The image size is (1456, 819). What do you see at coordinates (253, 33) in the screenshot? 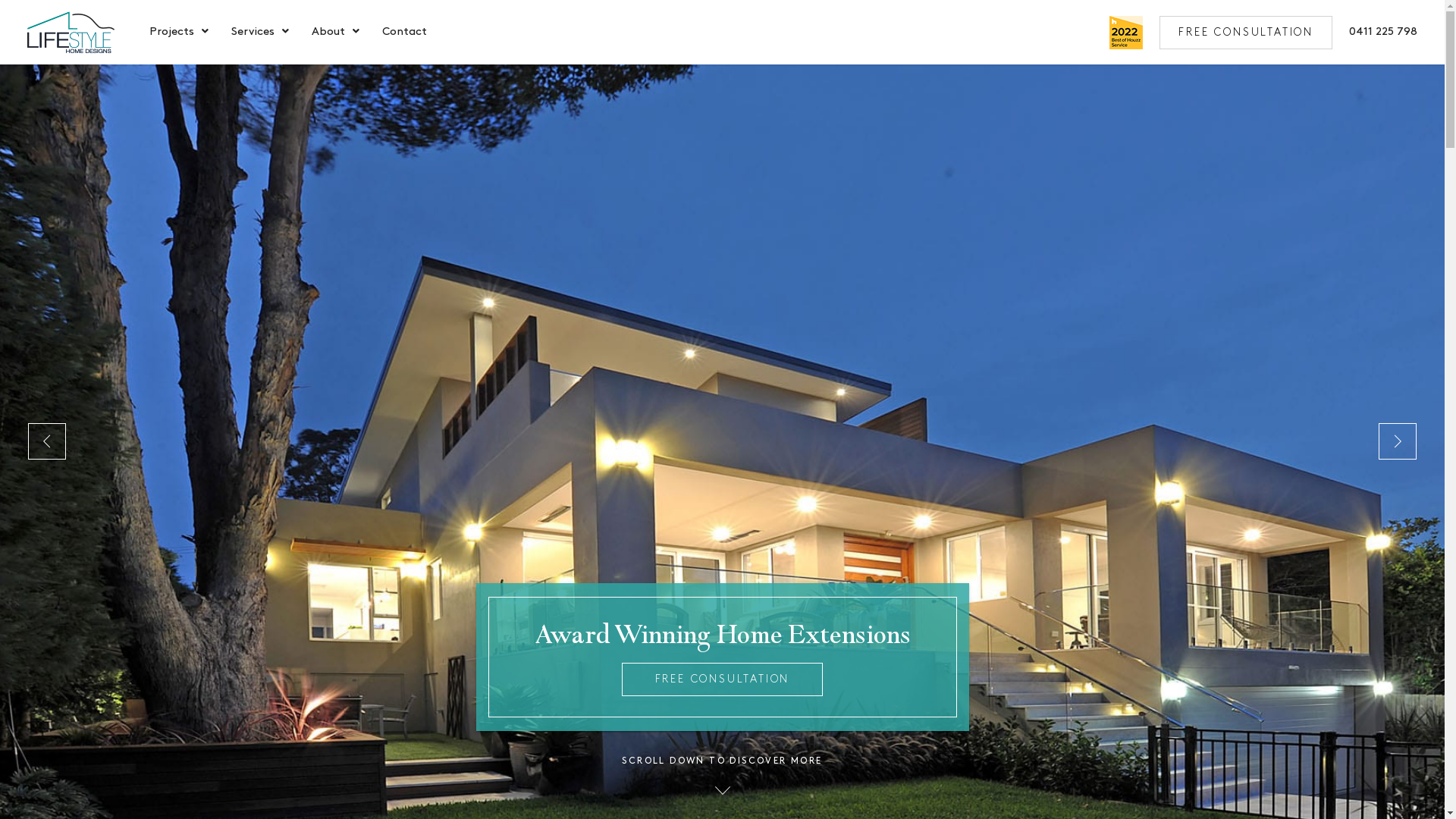
I see `'Services'` at bounding box center [253, 33].